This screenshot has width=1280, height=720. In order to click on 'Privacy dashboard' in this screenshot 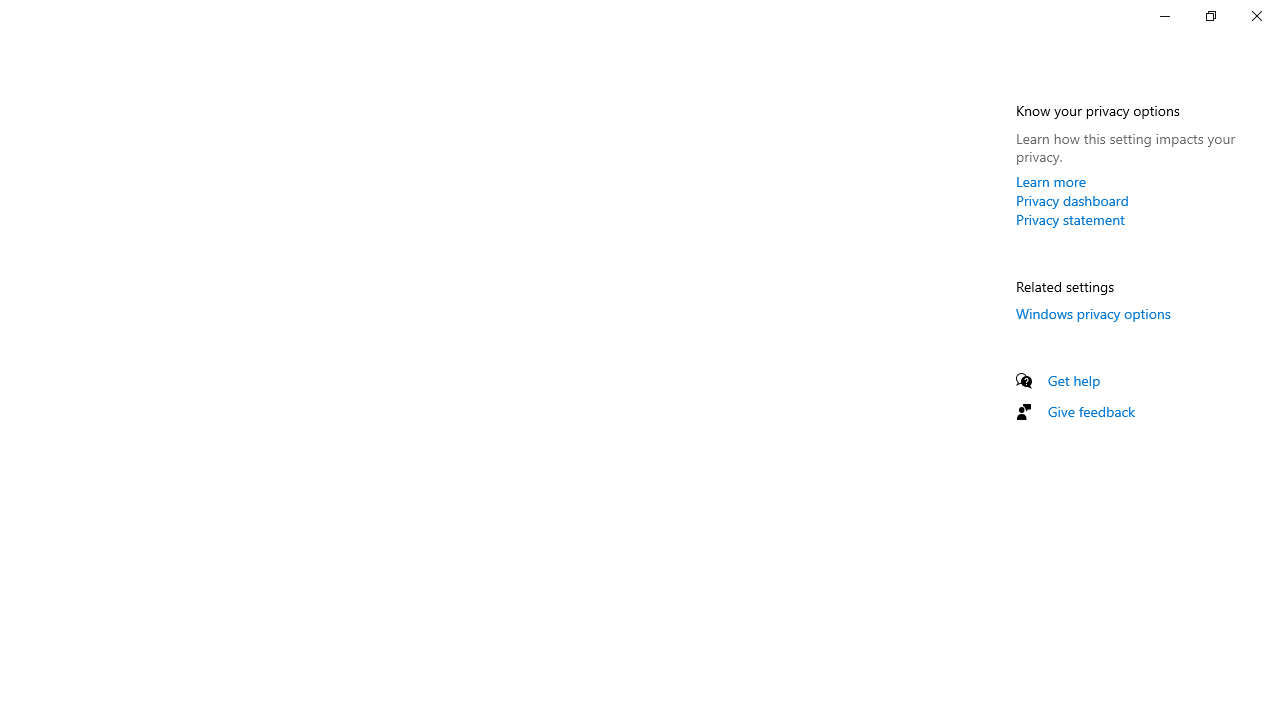, I will do `click(1071, 200)`.